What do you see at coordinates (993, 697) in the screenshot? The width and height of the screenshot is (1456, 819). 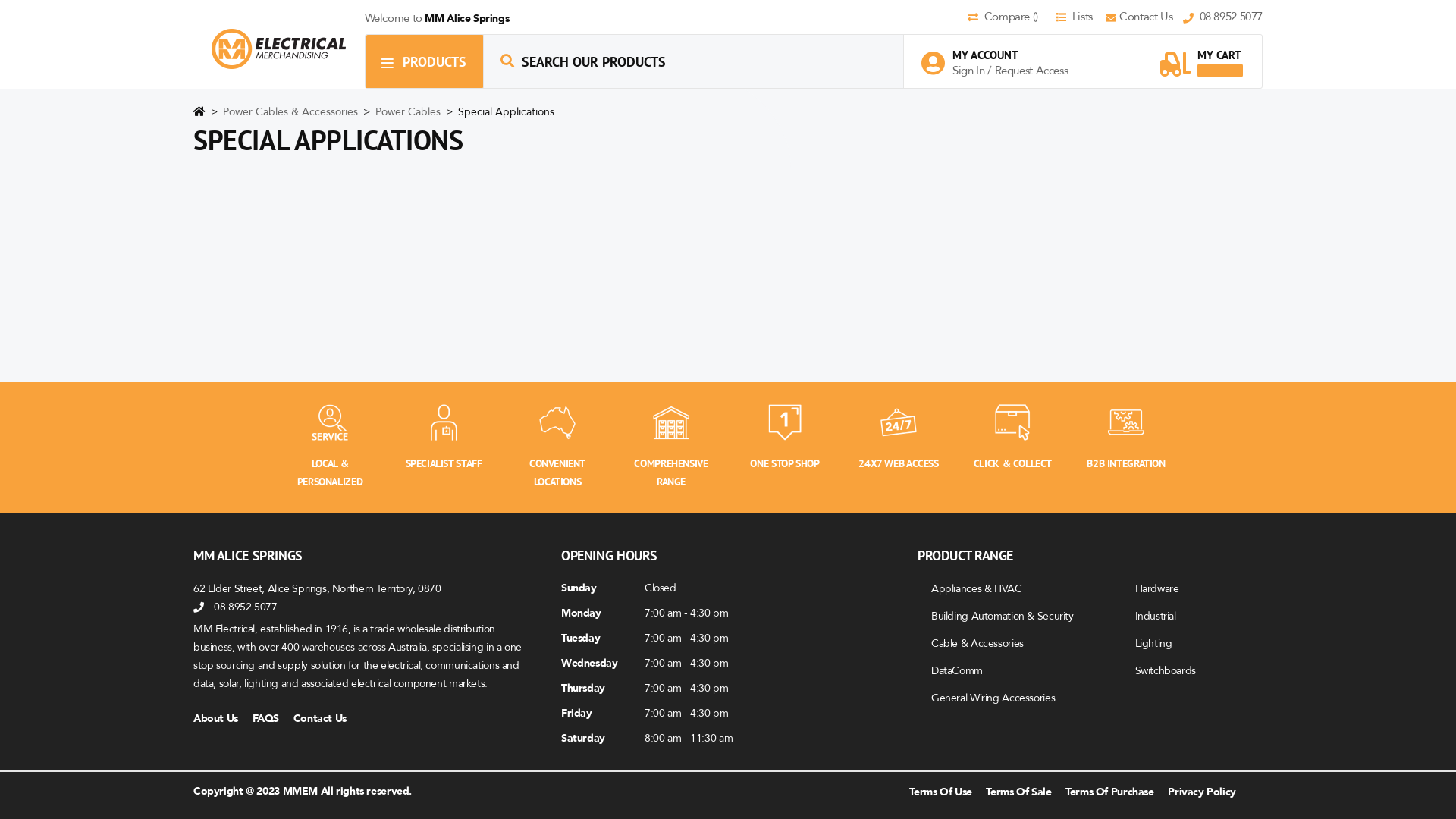 I see `'General Wiring Accessories'` at bounding box center [993, 697].